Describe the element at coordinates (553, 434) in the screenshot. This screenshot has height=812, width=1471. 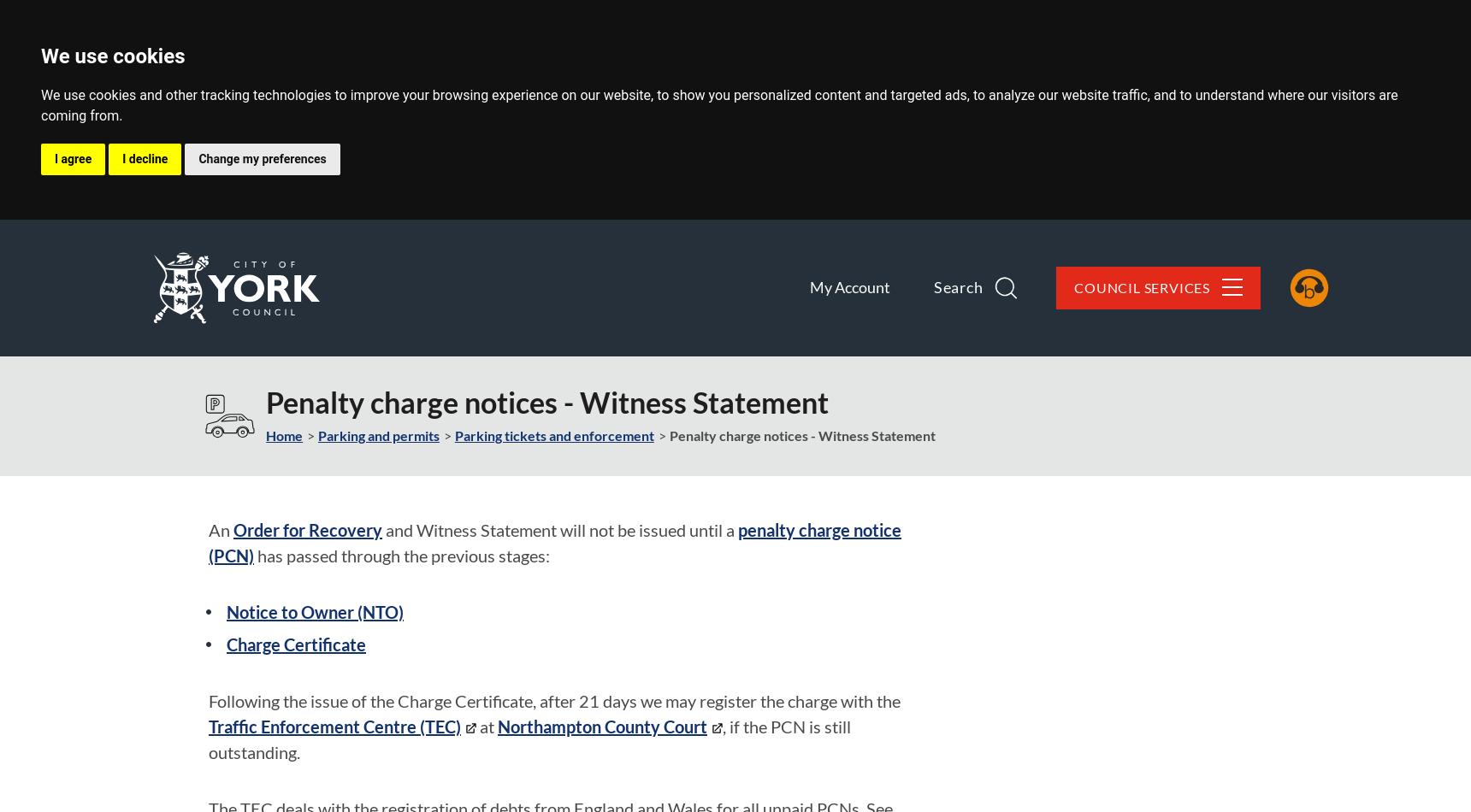
I see `'Parking tickets and enforcement'` at that location.